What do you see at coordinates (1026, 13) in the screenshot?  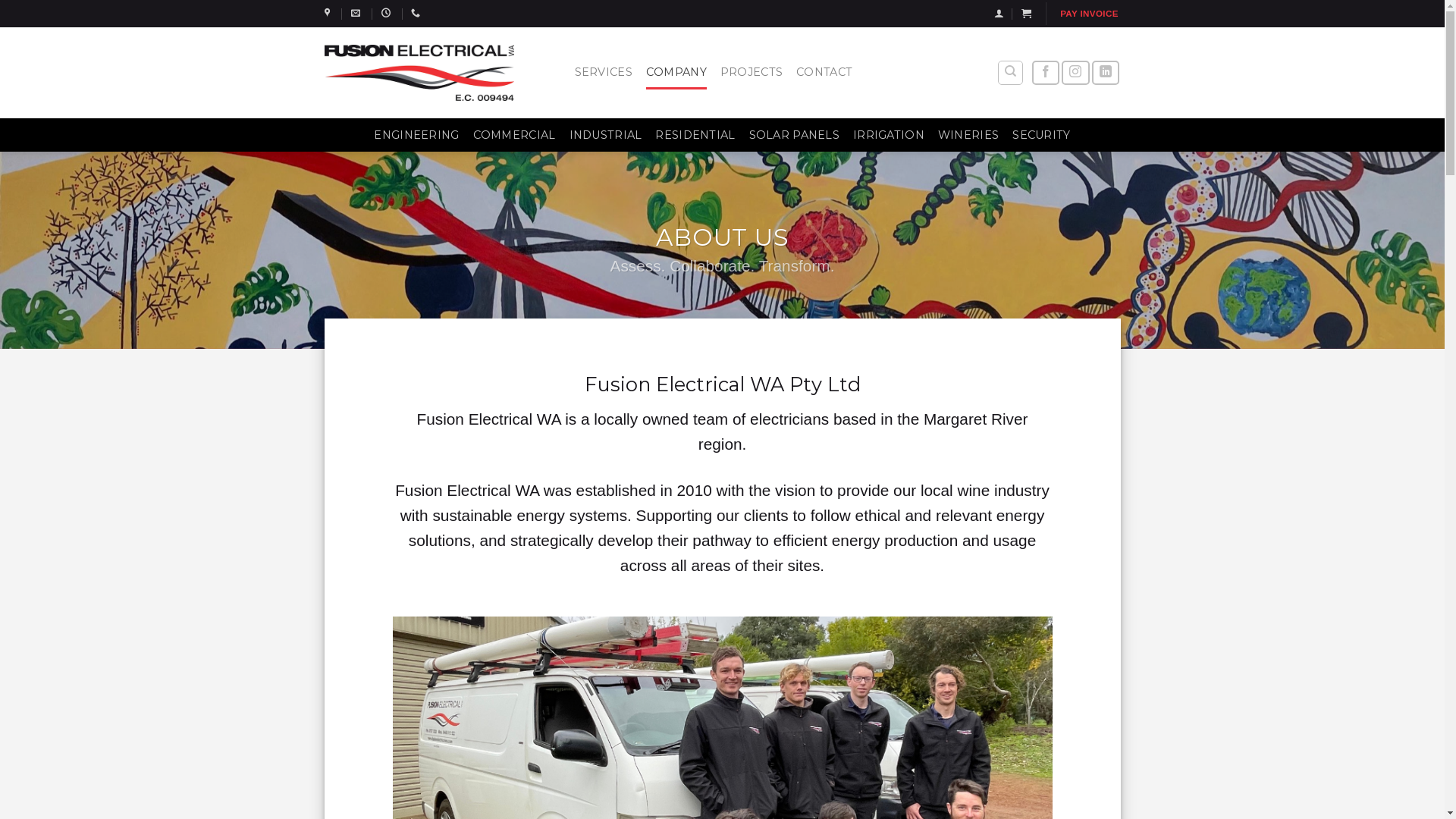 I see `'Cart'` at bounding box center [1026, 13].